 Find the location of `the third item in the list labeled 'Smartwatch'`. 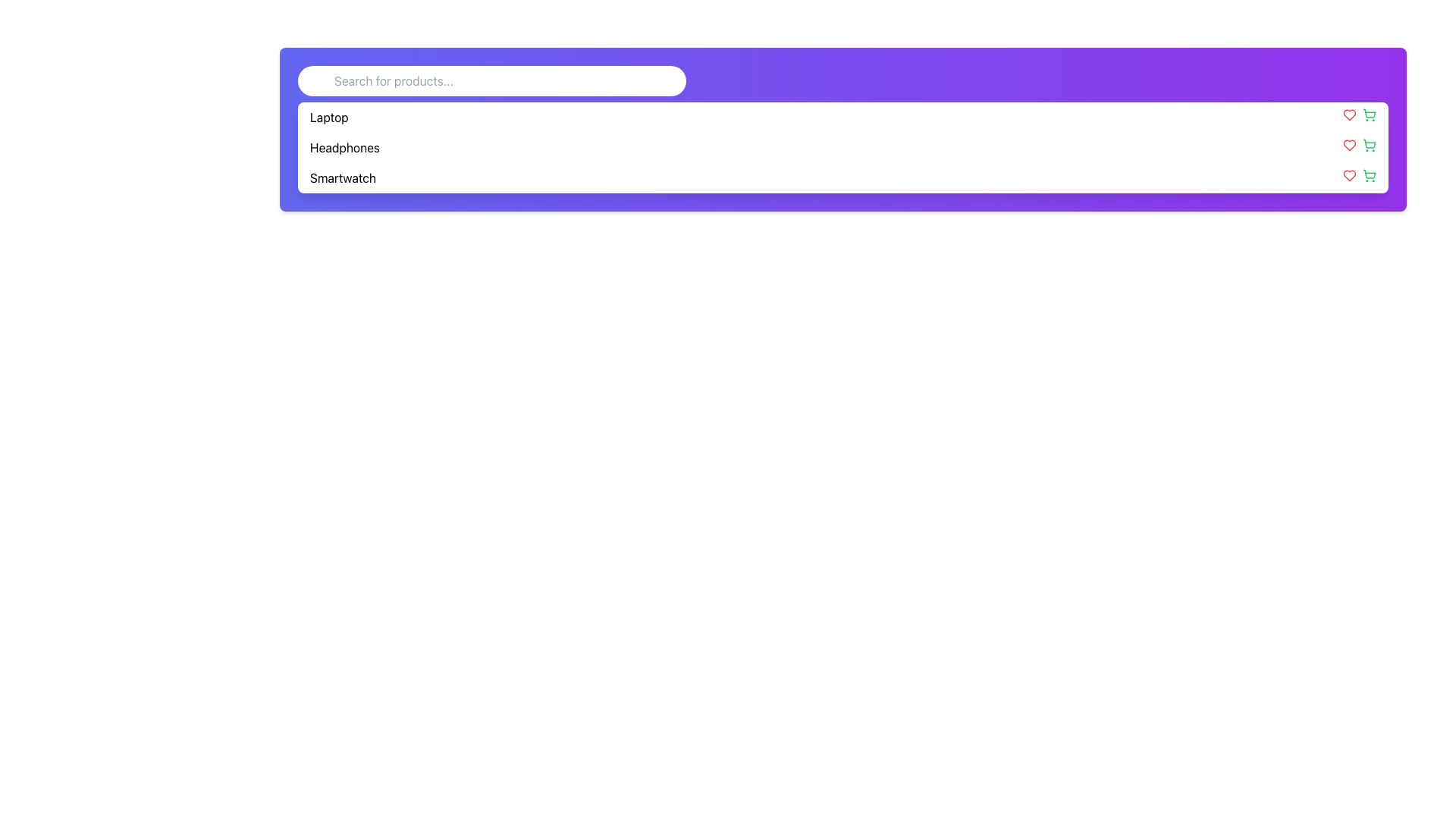

the third item in the list labeled 'Smartwatch' is located at coordinates (843, 177).